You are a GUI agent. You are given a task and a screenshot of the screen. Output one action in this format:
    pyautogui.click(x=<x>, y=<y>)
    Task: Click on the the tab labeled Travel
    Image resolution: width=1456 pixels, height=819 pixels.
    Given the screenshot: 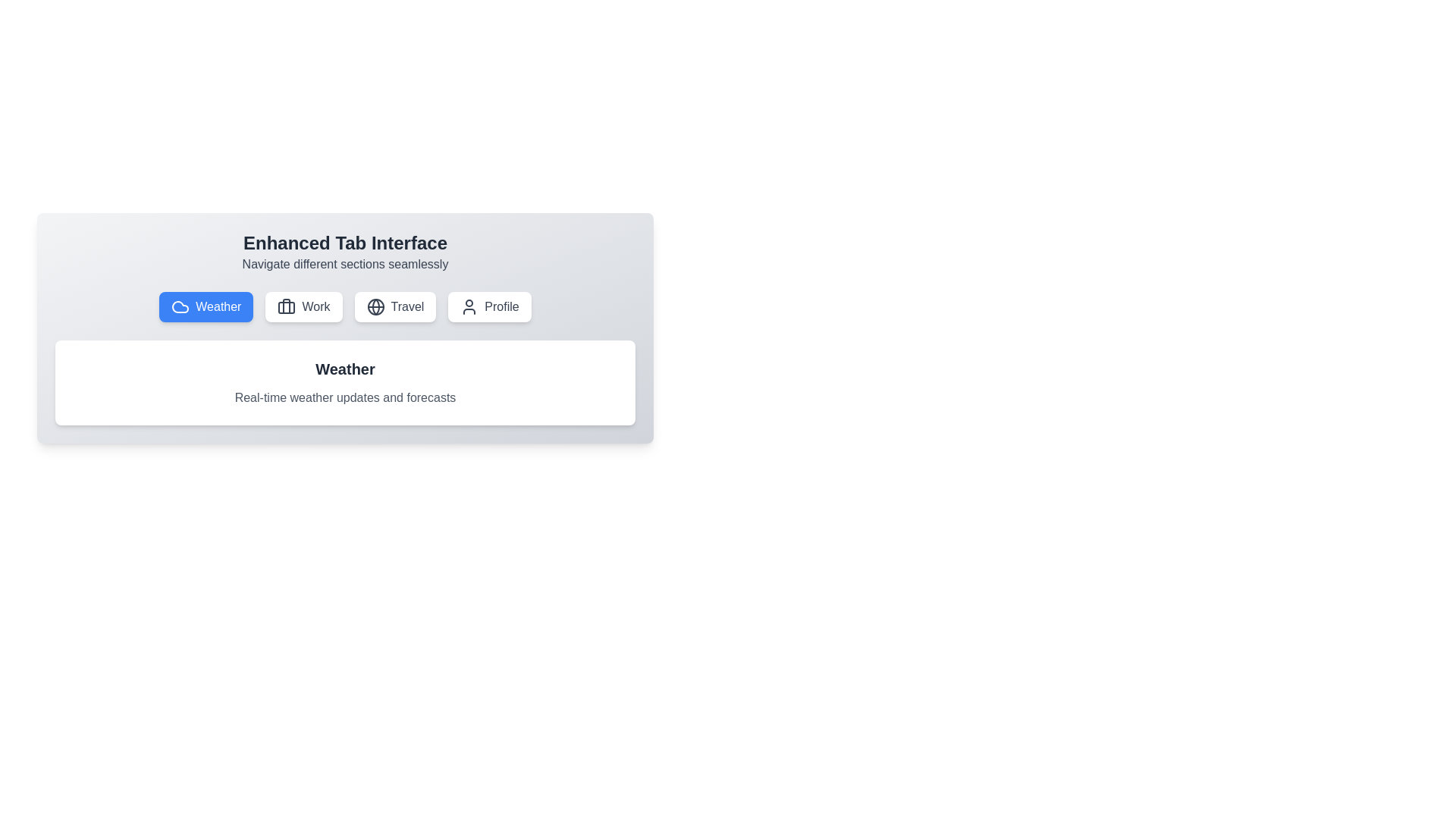 What is the action you would take?
    pyautogui.click(x=395, y=307)
    